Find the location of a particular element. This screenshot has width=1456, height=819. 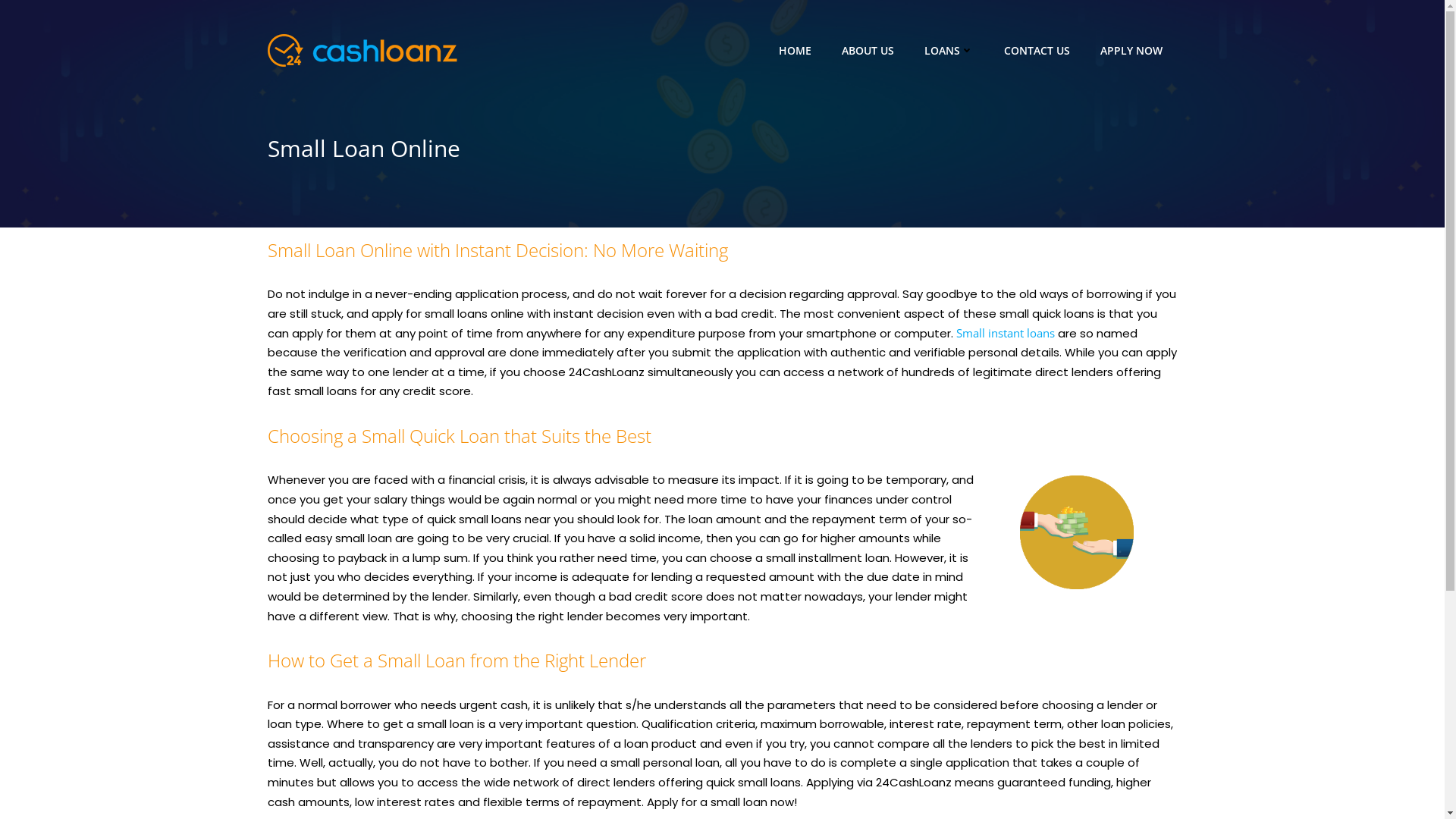

'APPLY NOW' is located at coordinates (1131, 49).